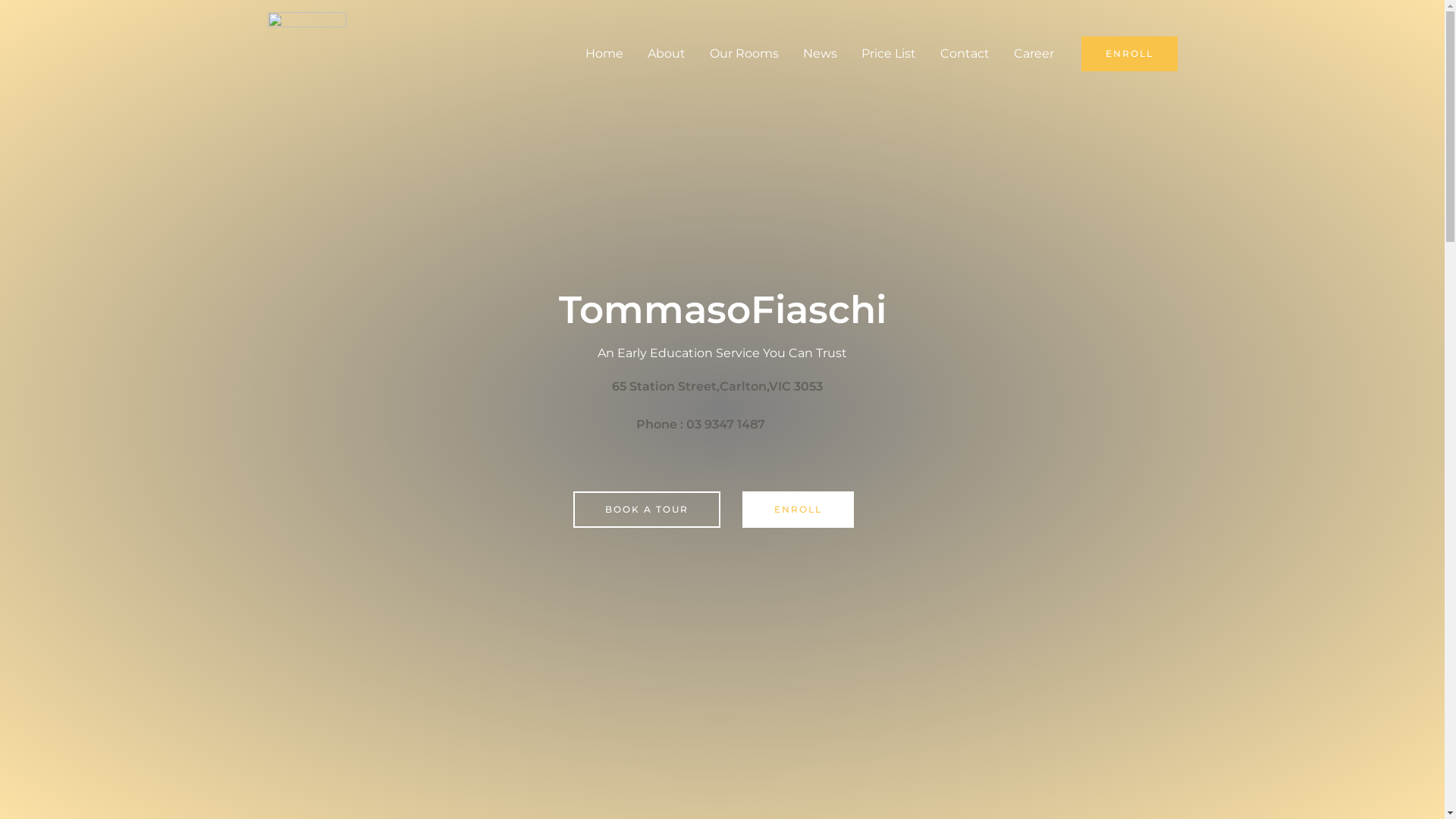  I want to click on 'Contact', so click(927, 52).